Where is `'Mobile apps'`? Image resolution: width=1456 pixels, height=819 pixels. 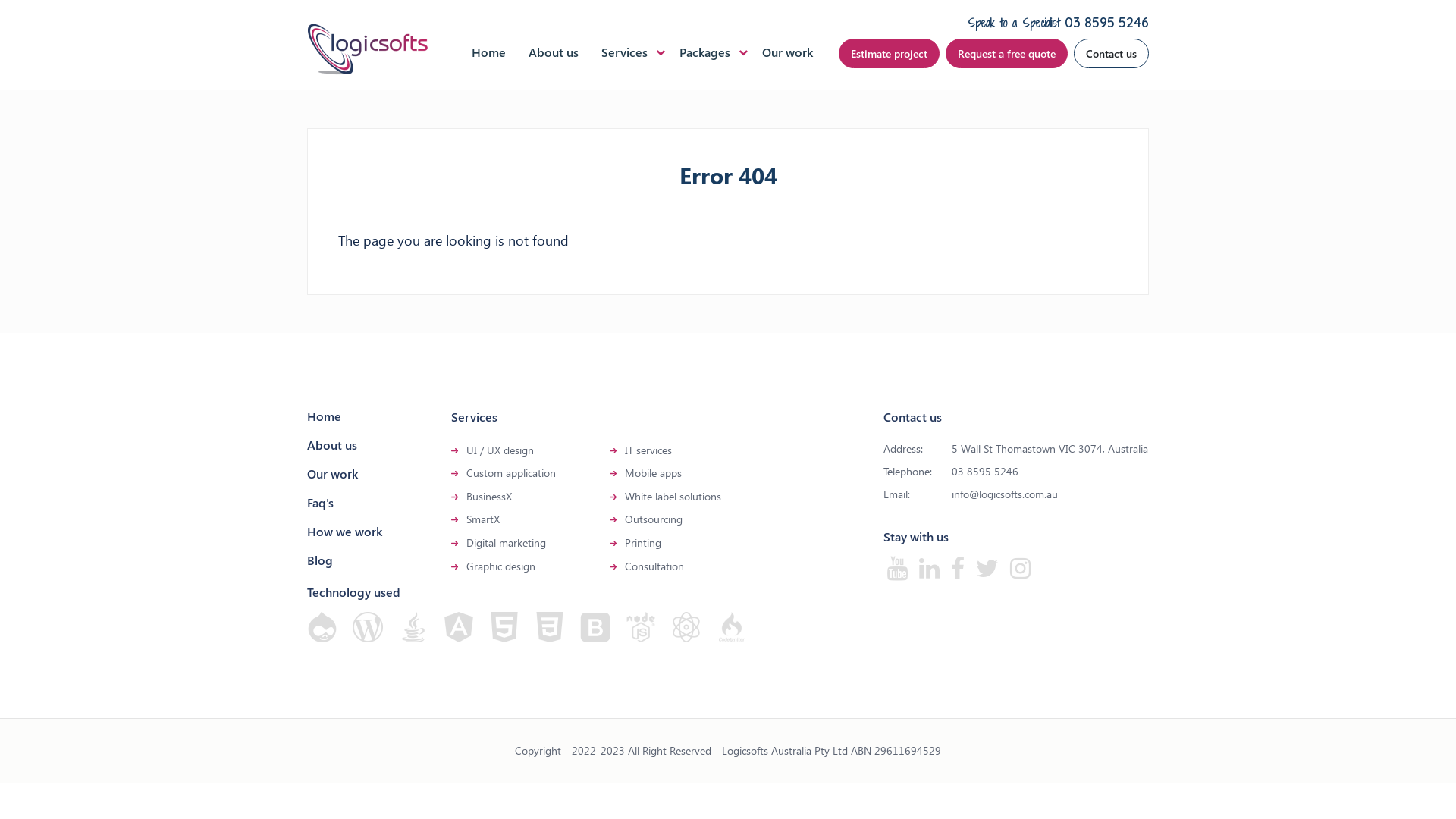 'Mobile apps' is located at coordinates (625, 472).